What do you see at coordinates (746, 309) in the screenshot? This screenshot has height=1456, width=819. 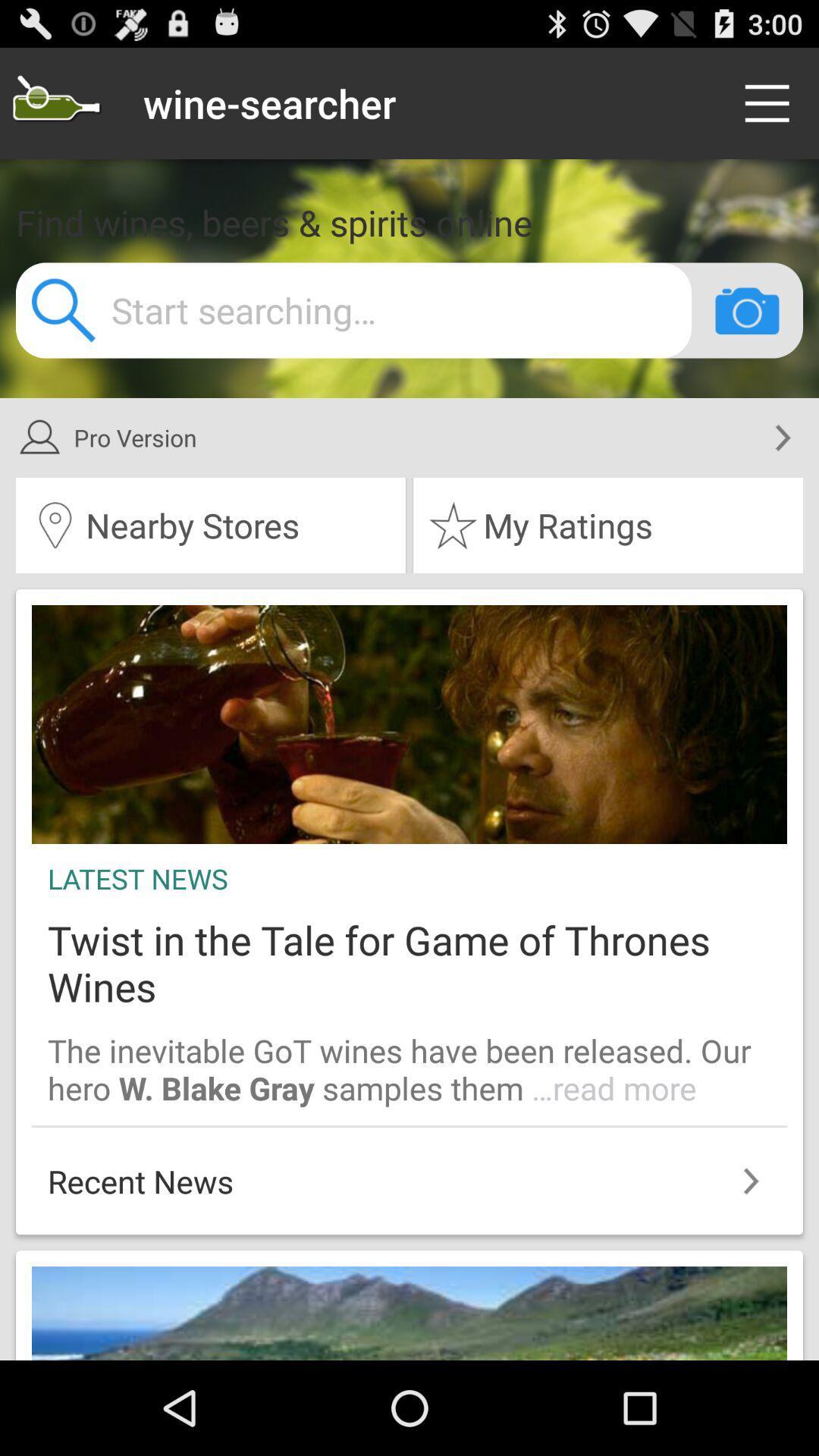 I see `search by image` at bounding box center [746, 309].